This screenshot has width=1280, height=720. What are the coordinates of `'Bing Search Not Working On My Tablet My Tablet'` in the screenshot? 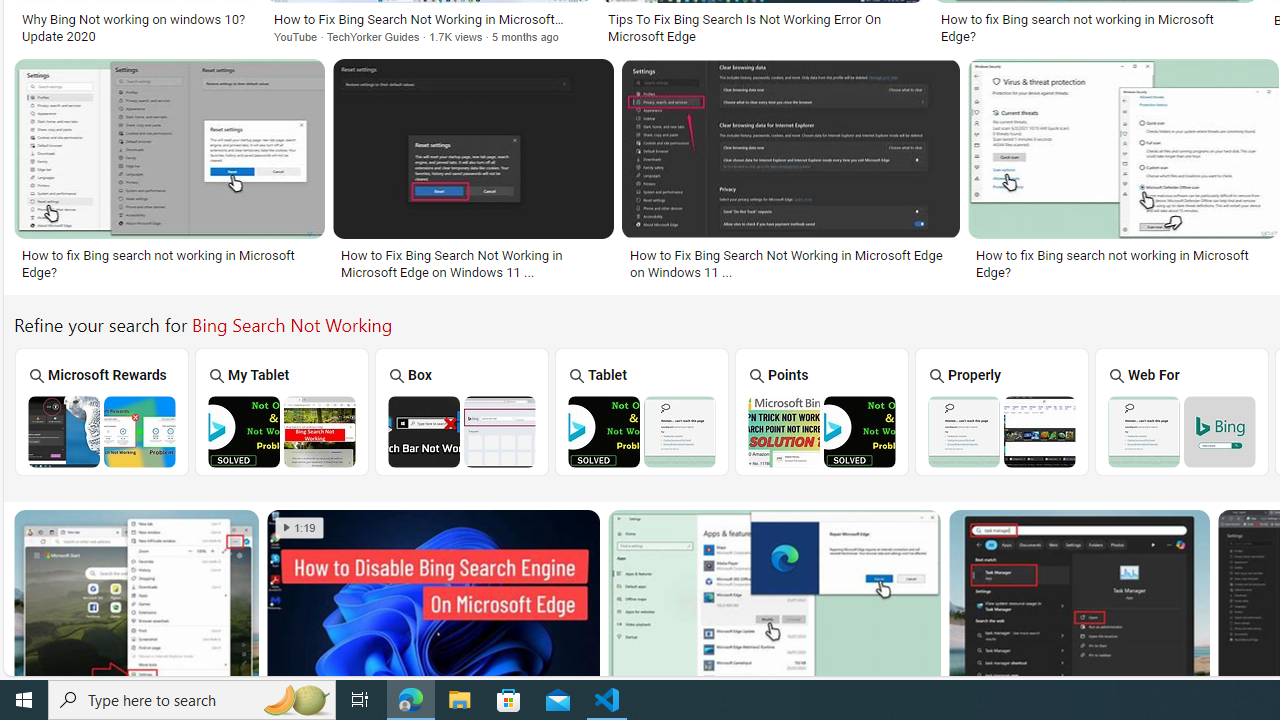 It's located at (281, 410).